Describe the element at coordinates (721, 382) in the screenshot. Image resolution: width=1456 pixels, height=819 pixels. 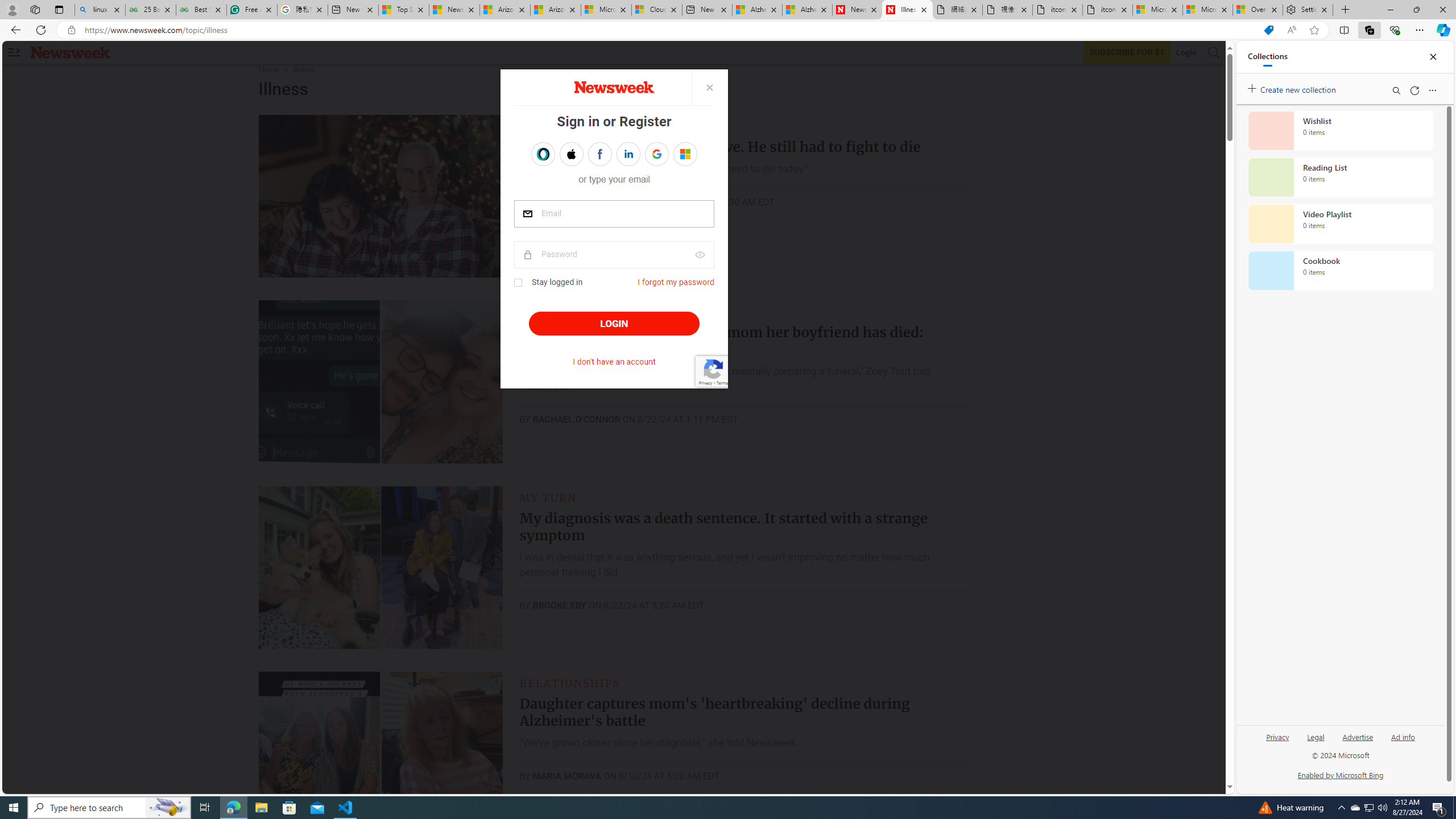
I see `'Terms'` at that location.